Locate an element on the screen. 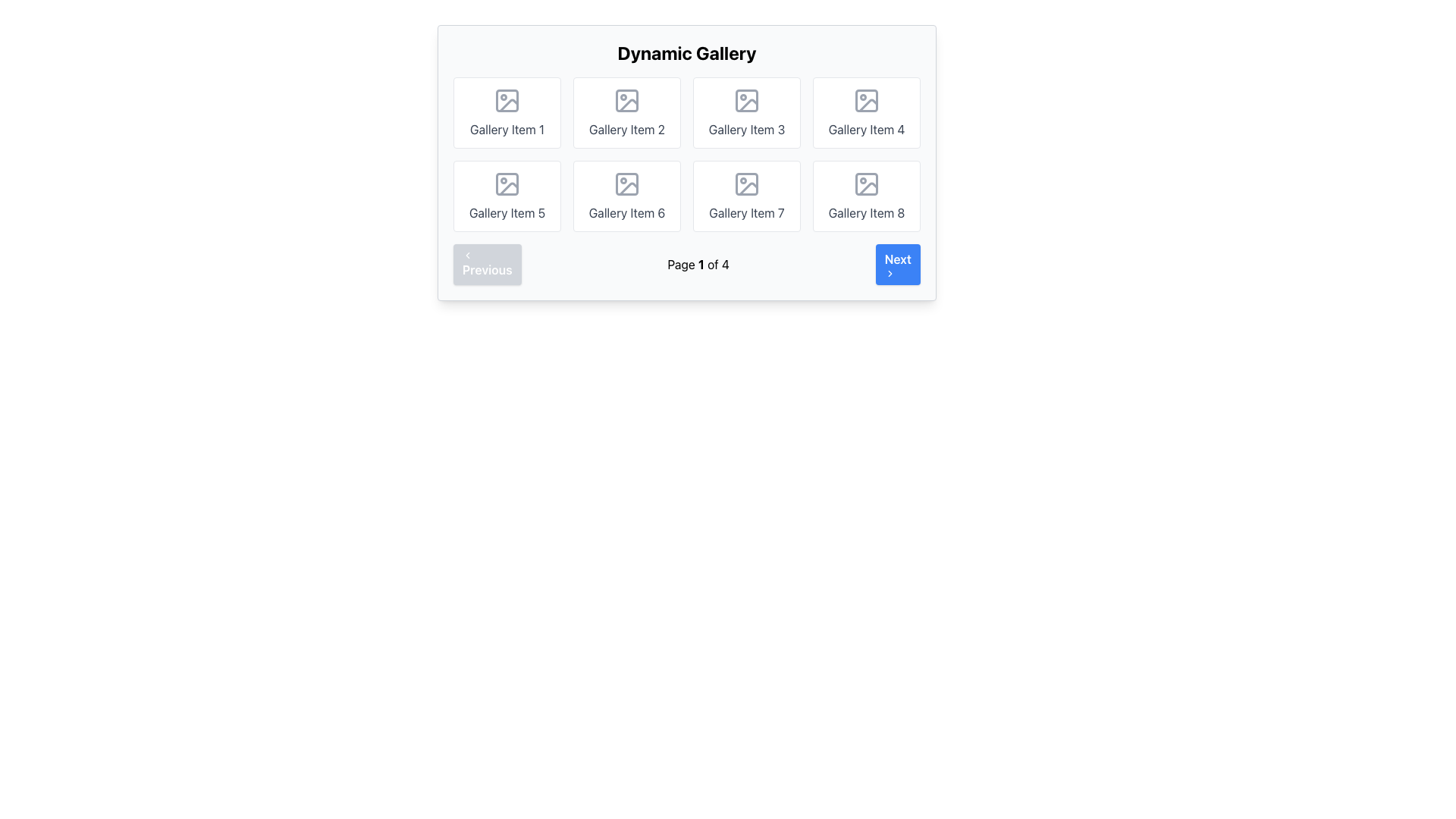 The image size is (1456, 819). the graphic icon resembling a diagonal line with a triangular pattern, located in 'Gallery Item 6' in the grid is located at coordinates (629, 188).